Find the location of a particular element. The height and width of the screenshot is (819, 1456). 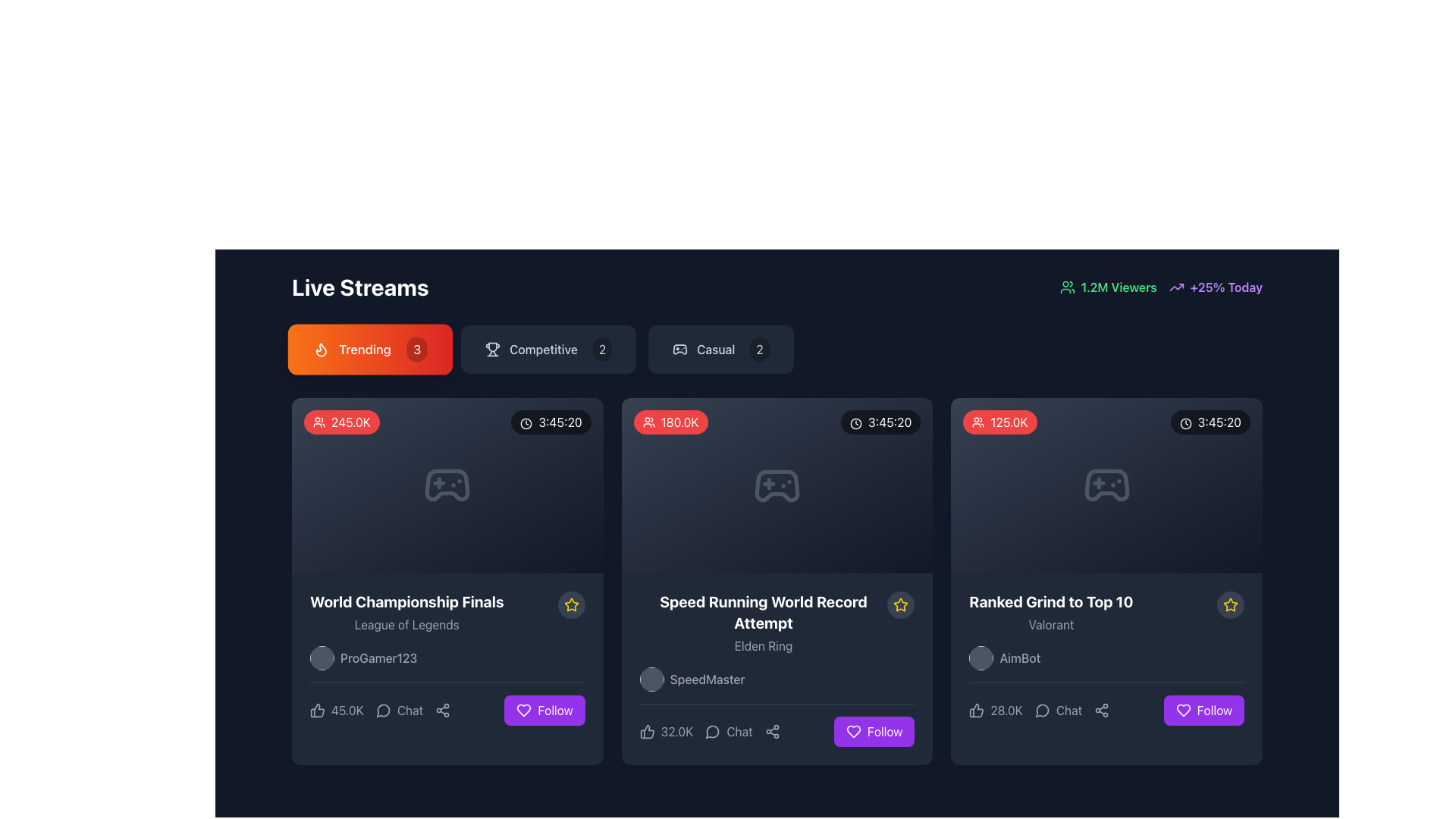

the decorative icon in the 'Speed Running World Record Attempt' tile, located in the center of the grid tile in the top row of live stream options is located at coordinates (777, 485).